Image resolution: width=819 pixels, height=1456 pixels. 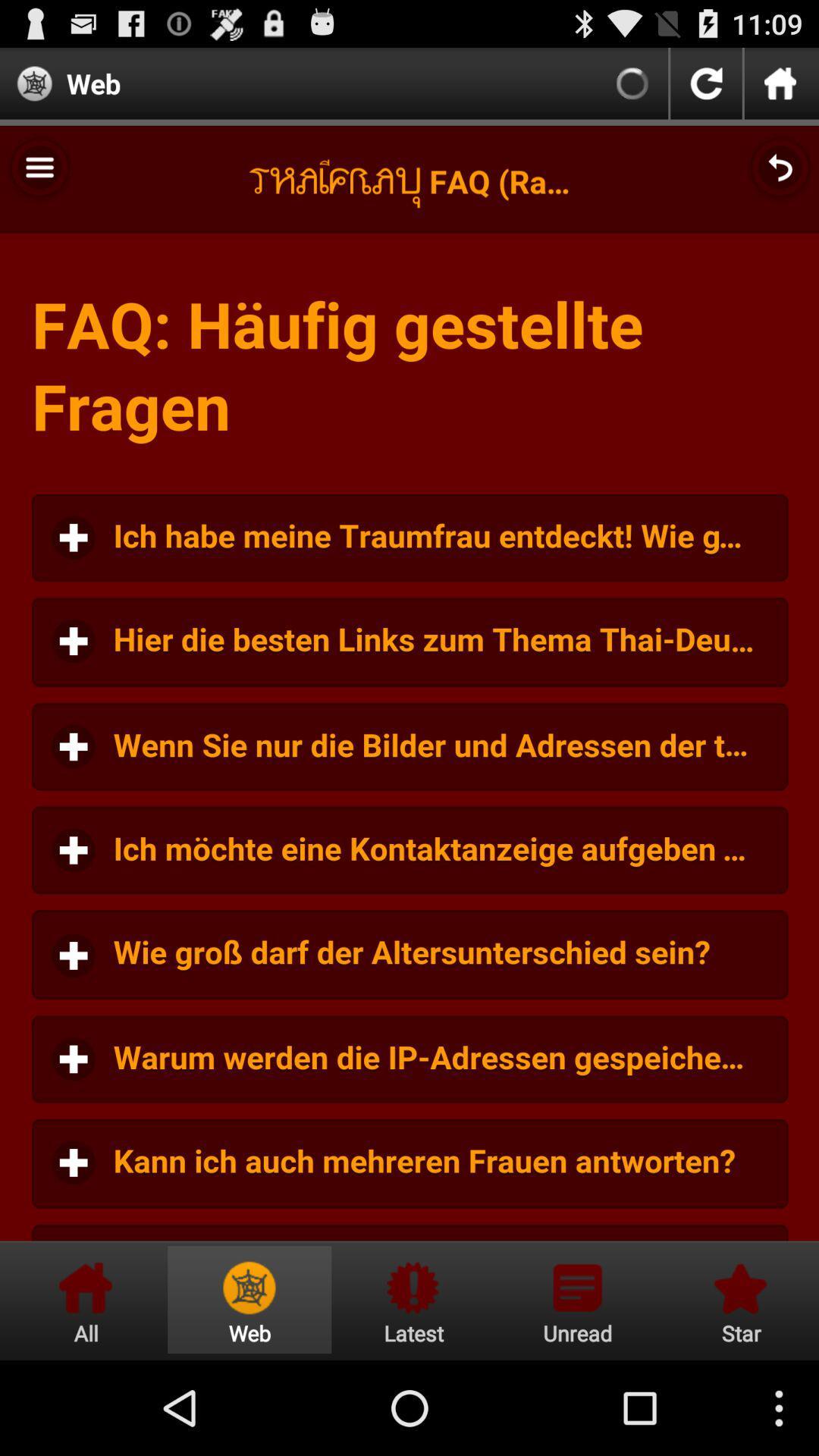 What do you see at coordinates (86, 1299) in the screenshot?
I see `all` at bounding box center [86, 1299].